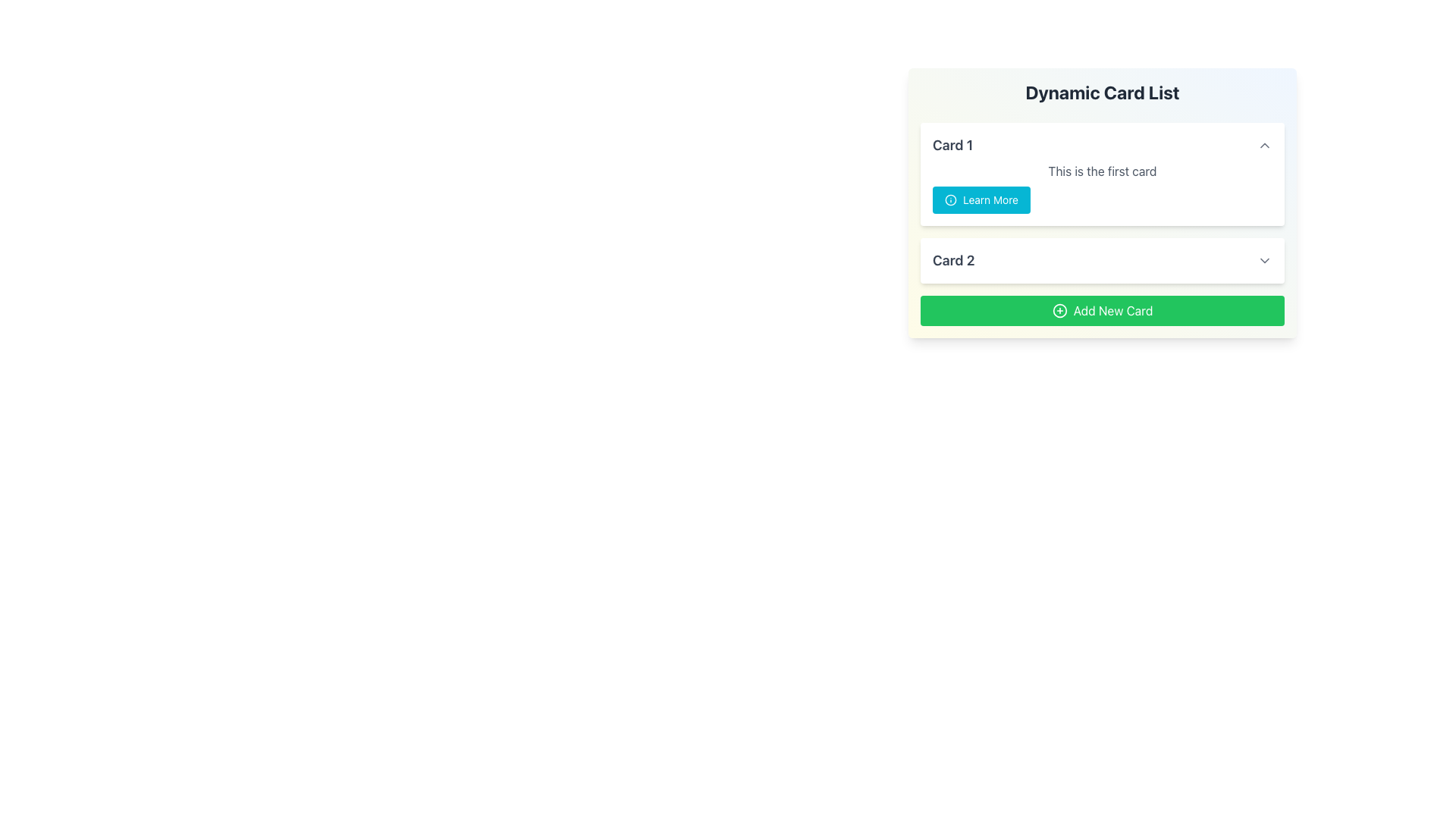  I want to click on the static text that serves as a descriptive label for the first card in the list, which is located above the 'Learn More' button, so click(1103, 171).